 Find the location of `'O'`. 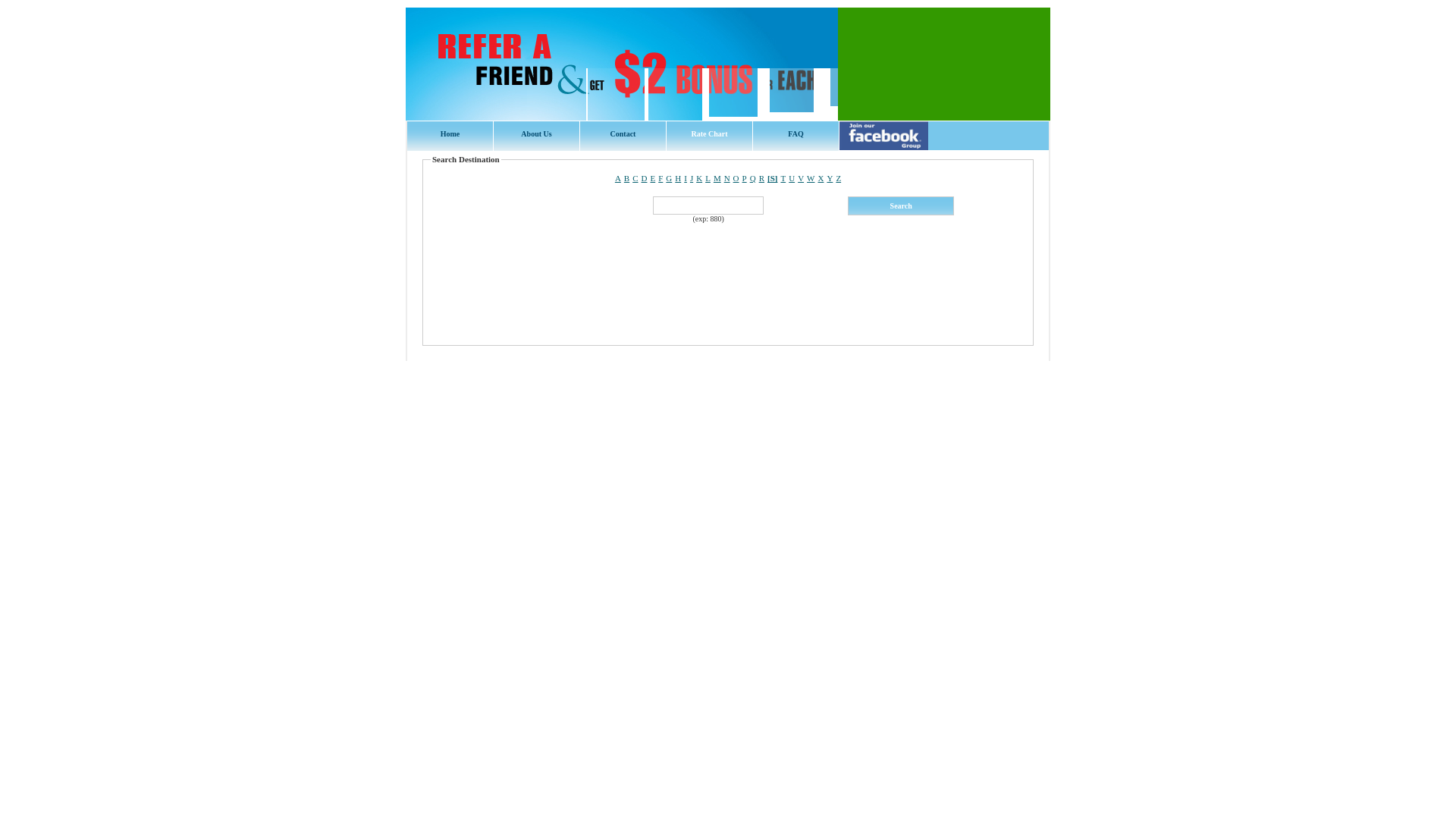

'O' is located at coordinates (736, 177).